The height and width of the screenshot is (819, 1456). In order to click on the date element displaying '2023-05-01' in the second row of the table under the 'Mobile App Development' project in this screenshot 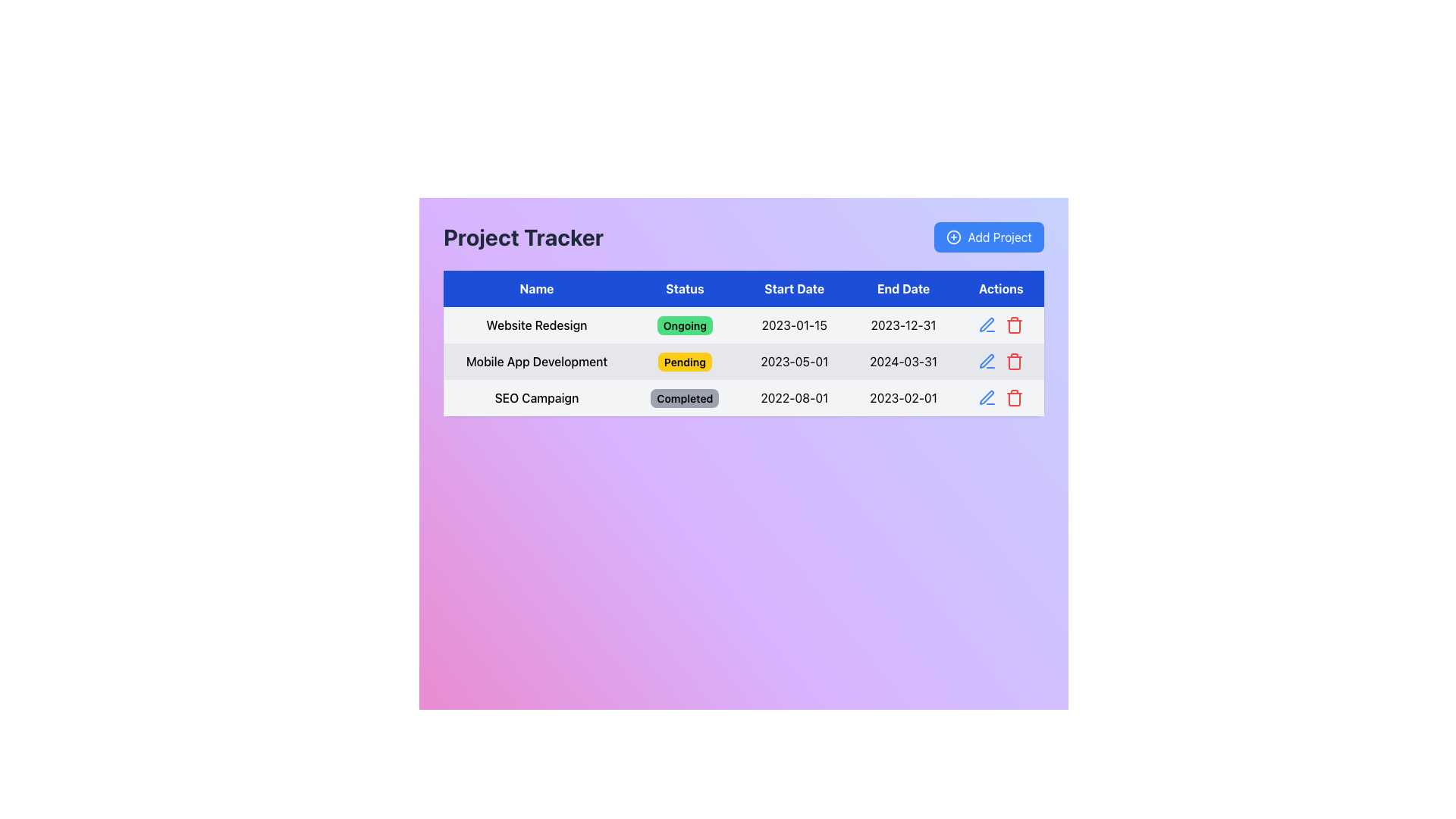, I will do `click(793, 362)`.